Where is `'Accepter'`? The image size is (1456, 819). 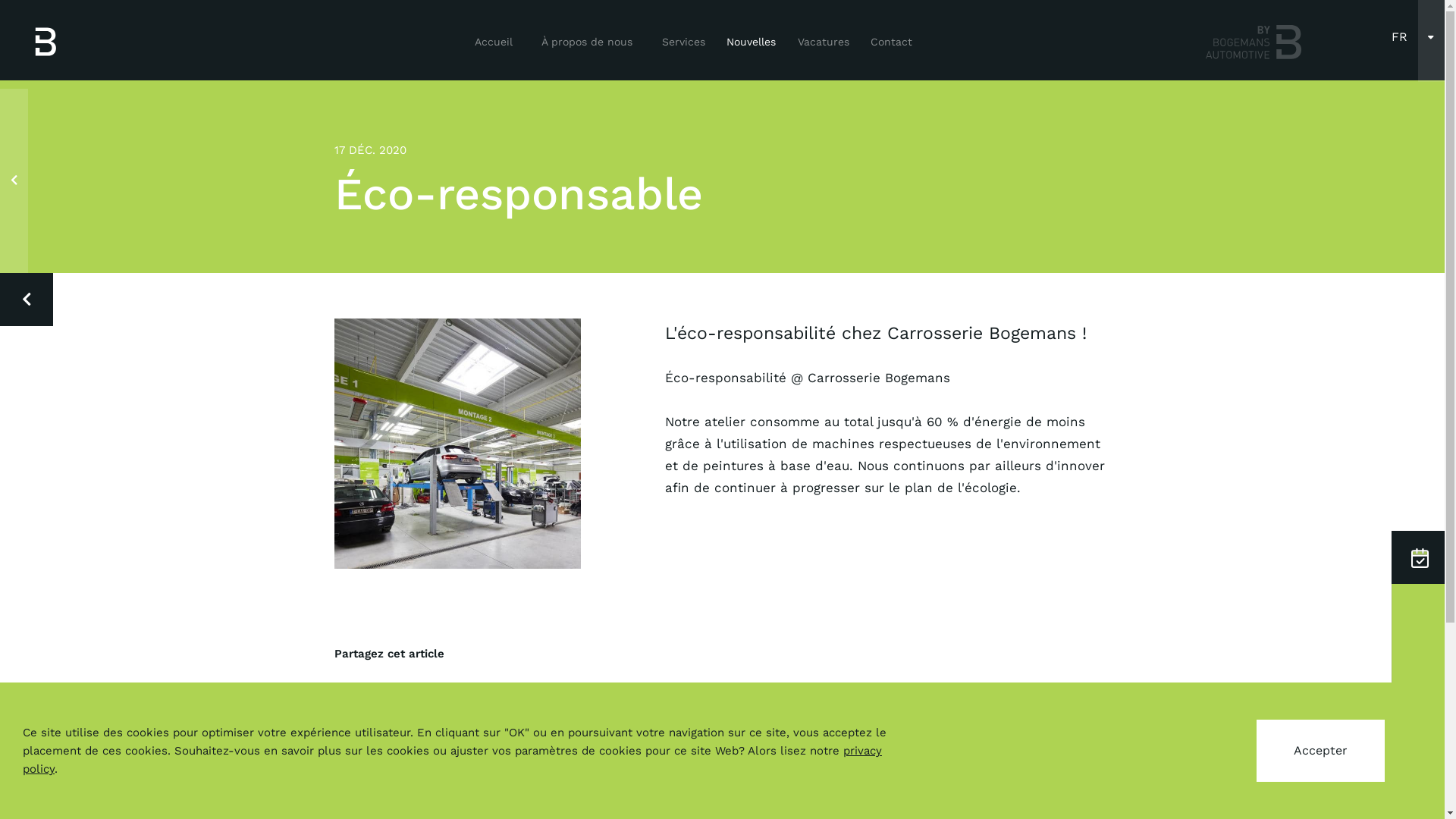
'Accepter' is located at coordinates (1319, 751).